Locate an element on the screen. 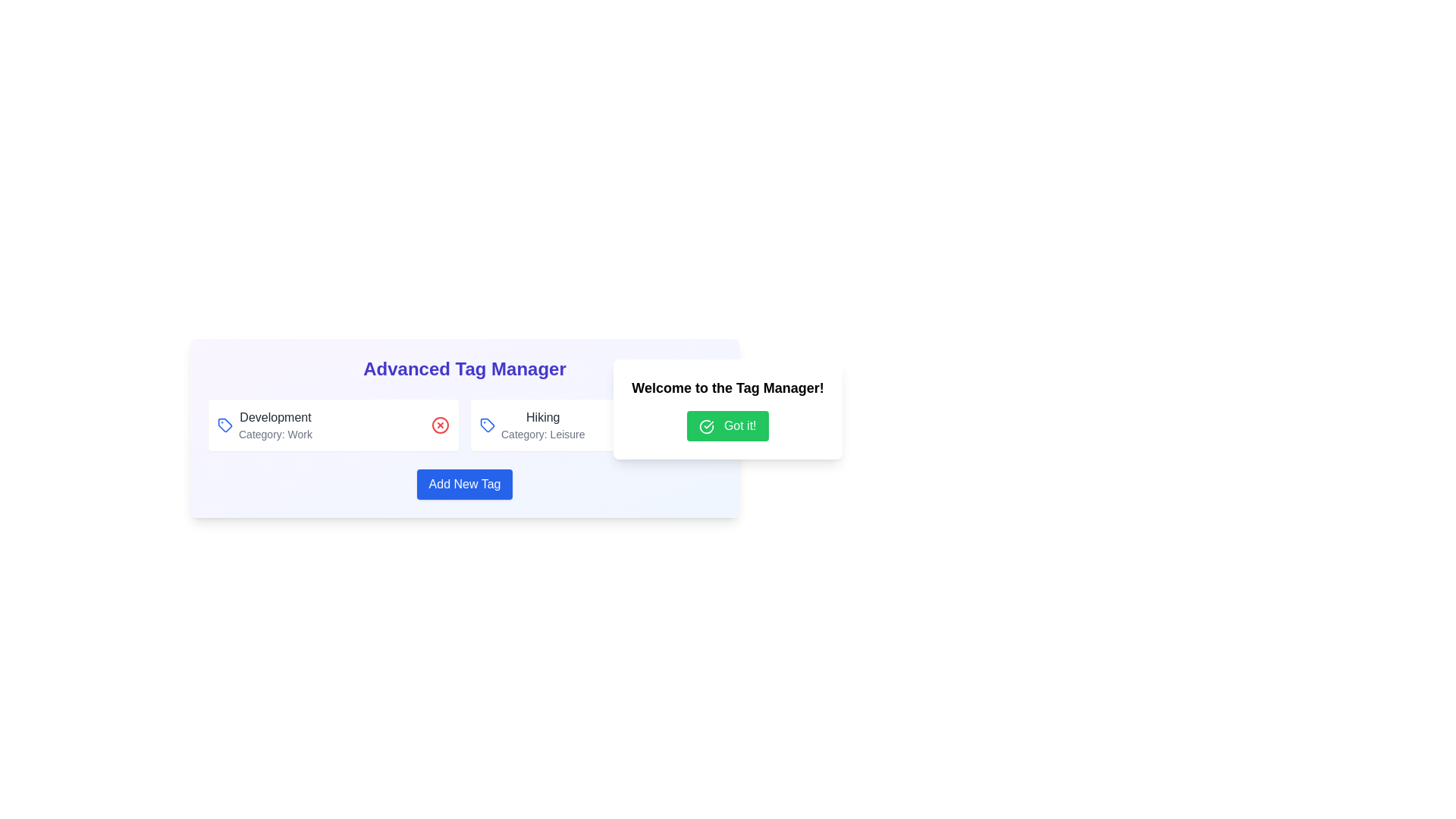 The image size is (1456, 819). the blue rectangular button labeled 'Add New Tag' that is centrally positioned below the highlighted tags is located at coordinates (464, 485).